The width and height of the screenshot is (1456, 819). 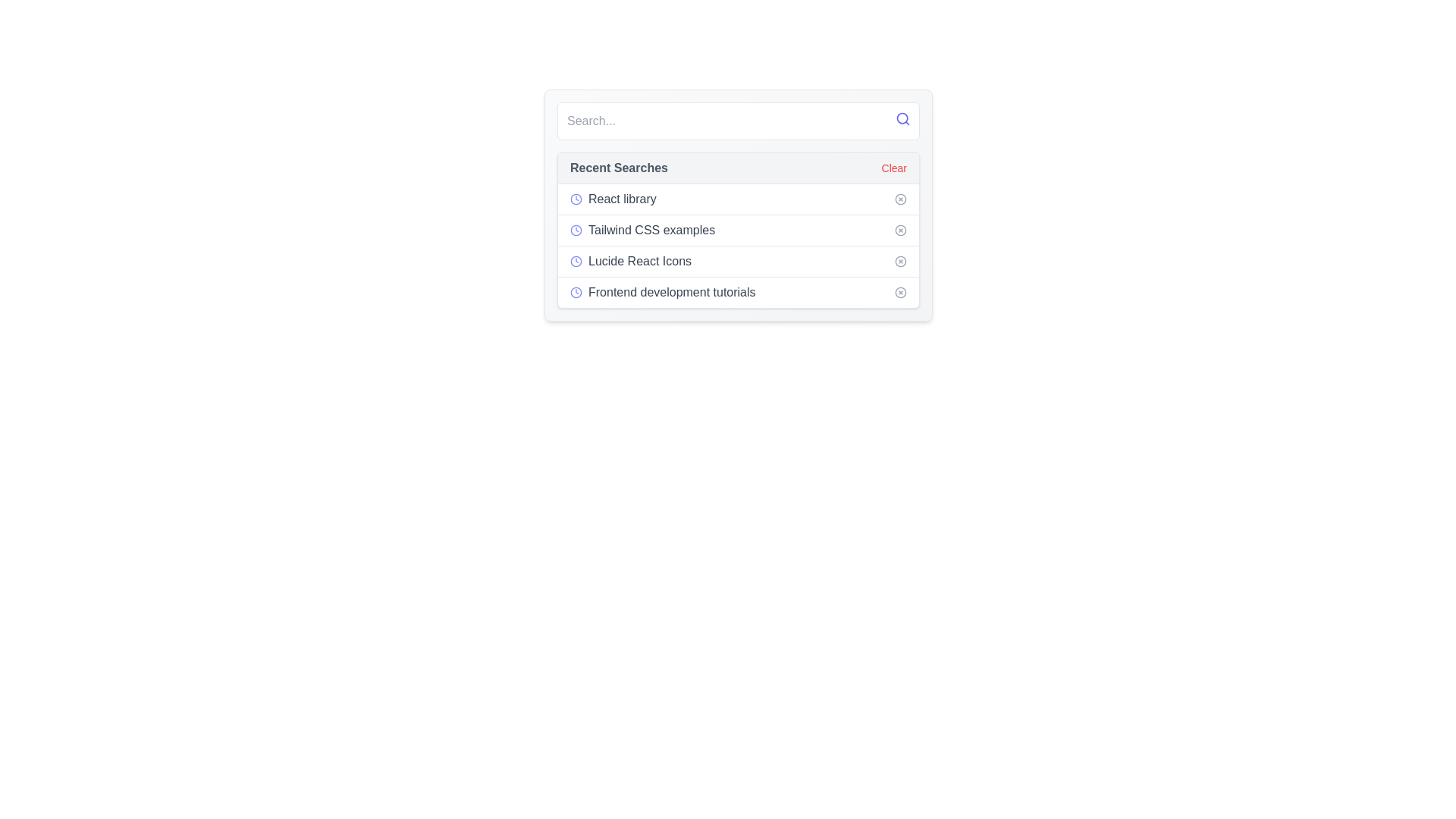 I want to click on the selectable search history item labeled 'Tailwind CSS examples' in the 'Recent Searches' dropdown to interact, so click(x=642, y=231).